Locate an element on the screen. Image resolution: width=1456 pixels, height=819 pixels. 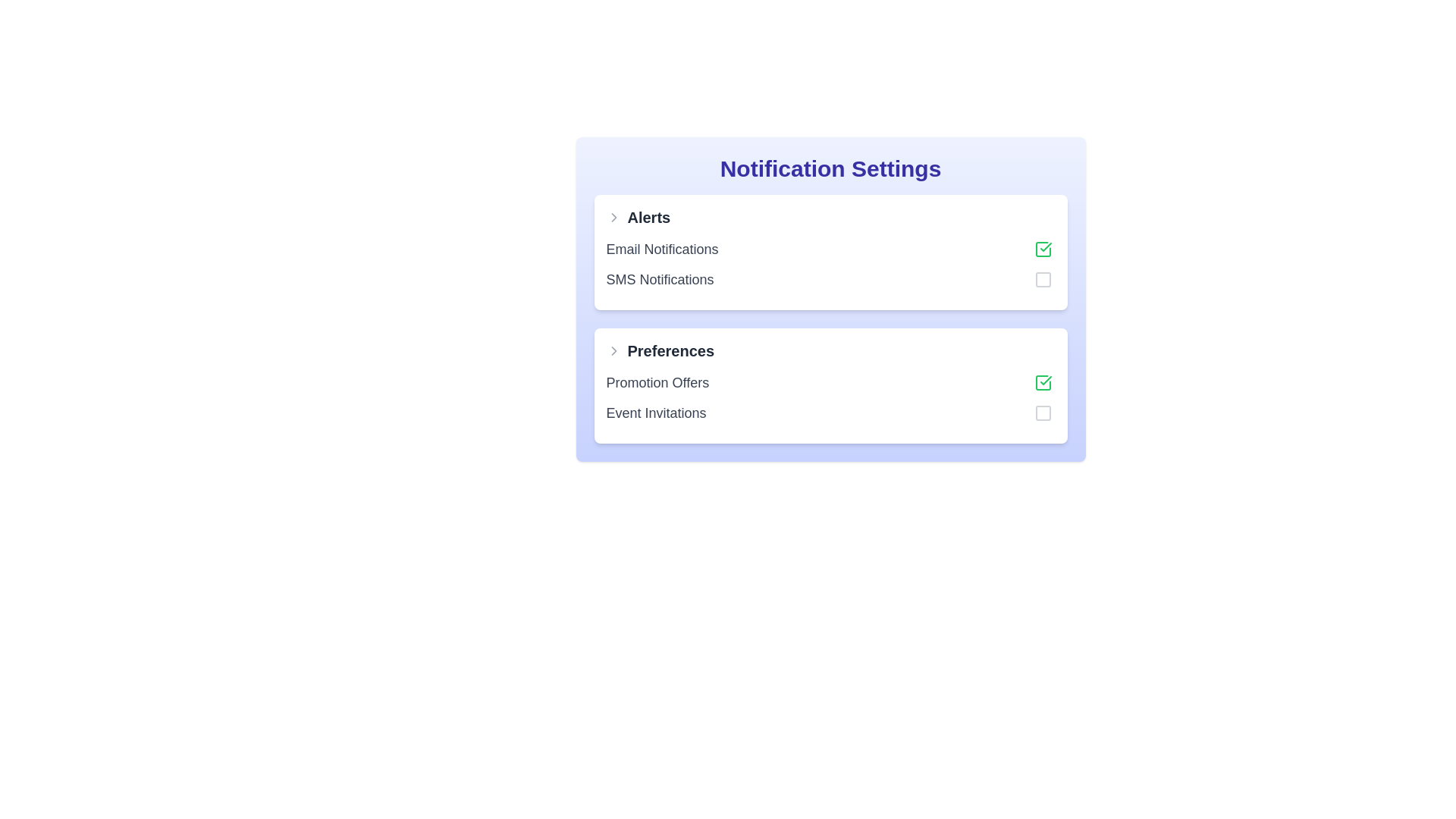
the Checkbox icon in the 'Preferences' section of the 'Notification Settings', which visually represents an inactive toggle or checkbox below 'Promotion Offers' and to the right of 'Event Invitations' is located at coordinates (1042, 413).